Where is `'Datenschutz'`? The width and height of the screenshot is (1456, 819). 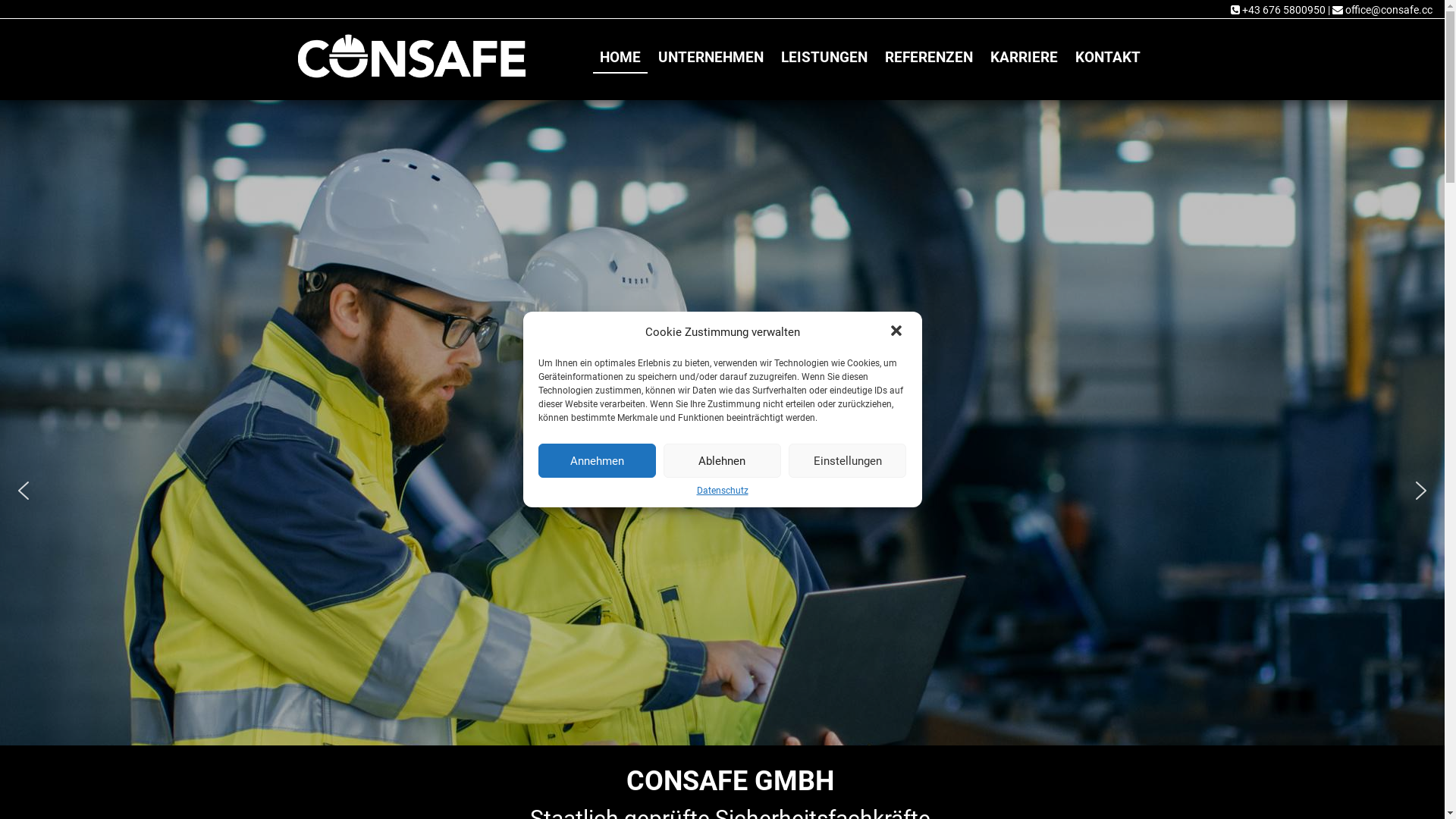 'Datenschutz' is located at coordinates (720, 491).